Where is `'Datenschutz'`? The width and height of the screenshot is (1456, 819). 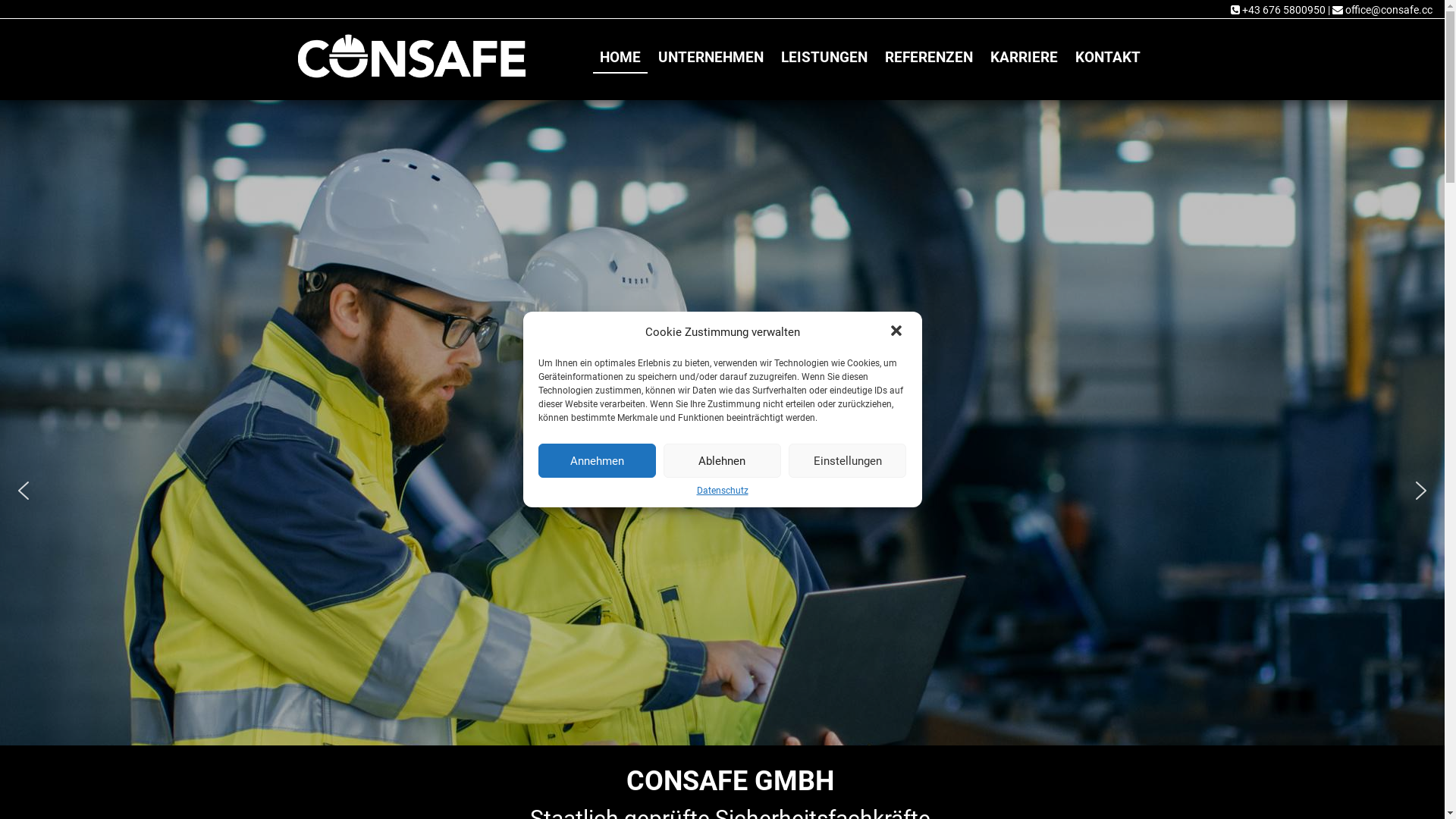 'Datenschutz' is located at coordinates (720, 491).